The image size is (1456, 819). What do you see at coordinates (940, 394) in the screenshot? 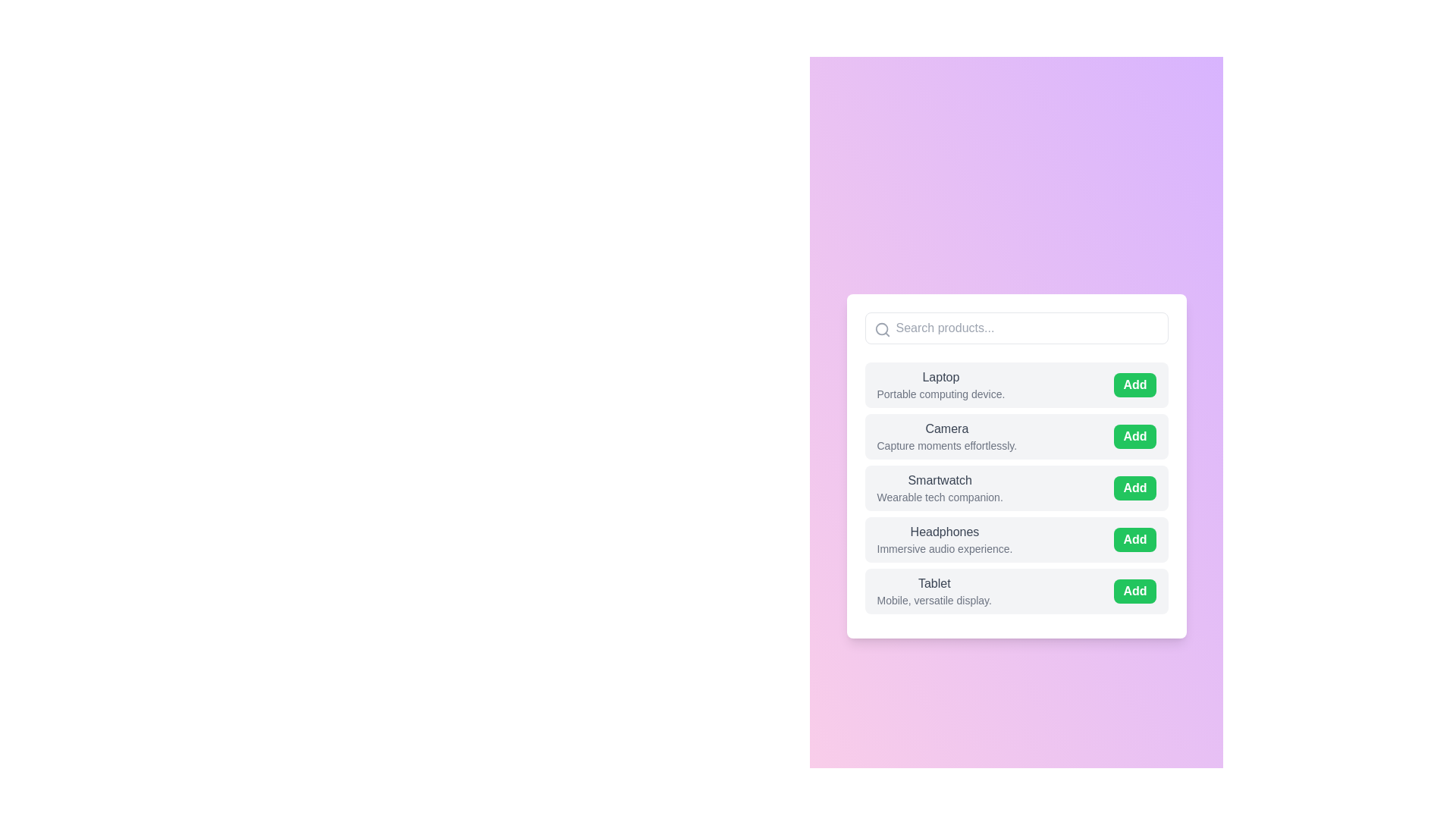
I see `the descriptive text label 'Portable computing device.' located directly below the title 'Laptop' in the product categories list` at bounding box center [940, 394].